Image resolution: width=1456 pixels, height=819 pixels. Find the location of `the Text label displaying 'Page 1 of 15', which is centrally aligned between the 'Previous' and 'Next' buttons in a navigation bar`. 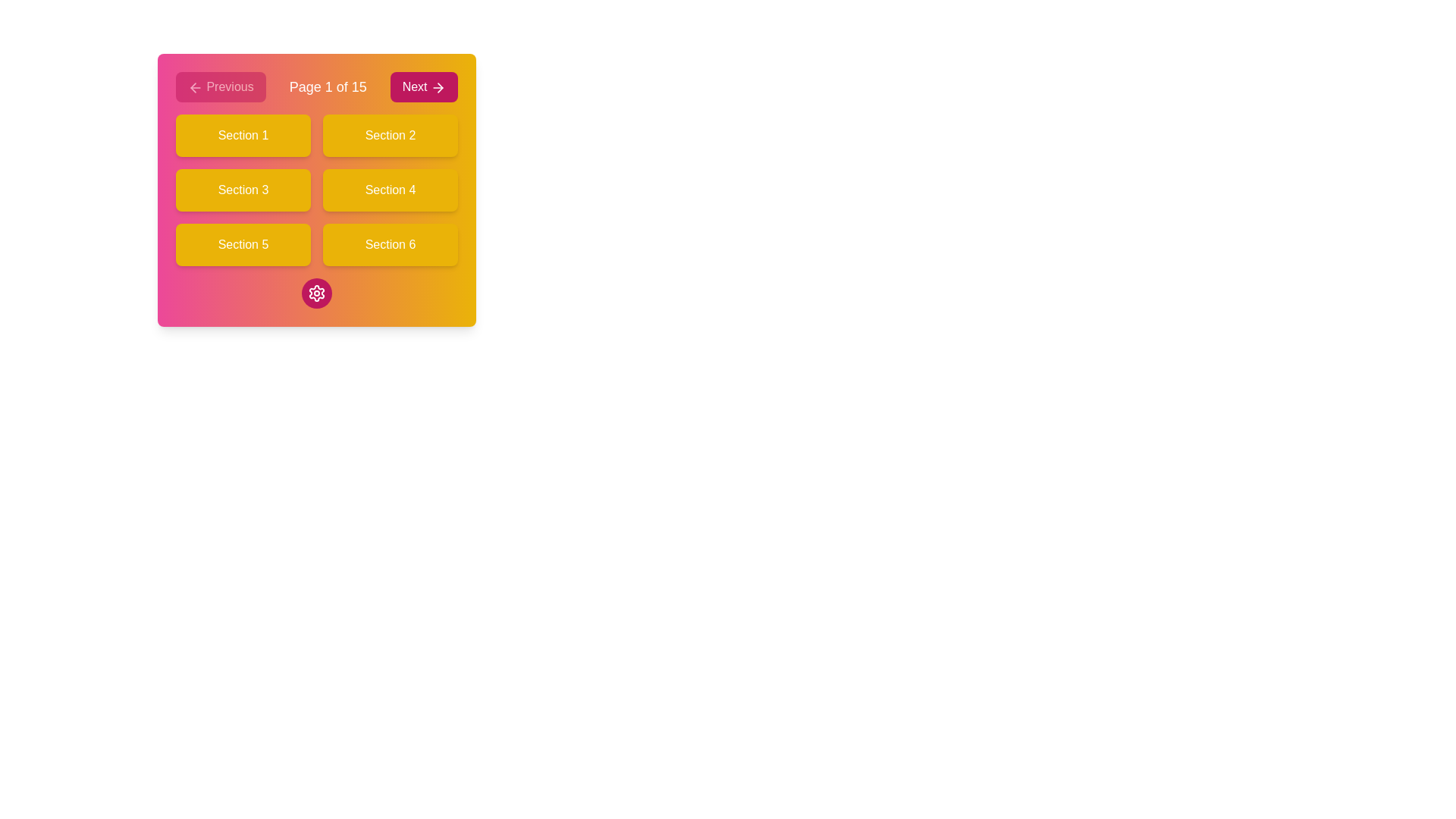

the Text label displaying 'Page 1 of 15', which is centrally aligned between the 'Previous' and 'Next' buttons in a navigation bar is located at coordinates (327, 87).